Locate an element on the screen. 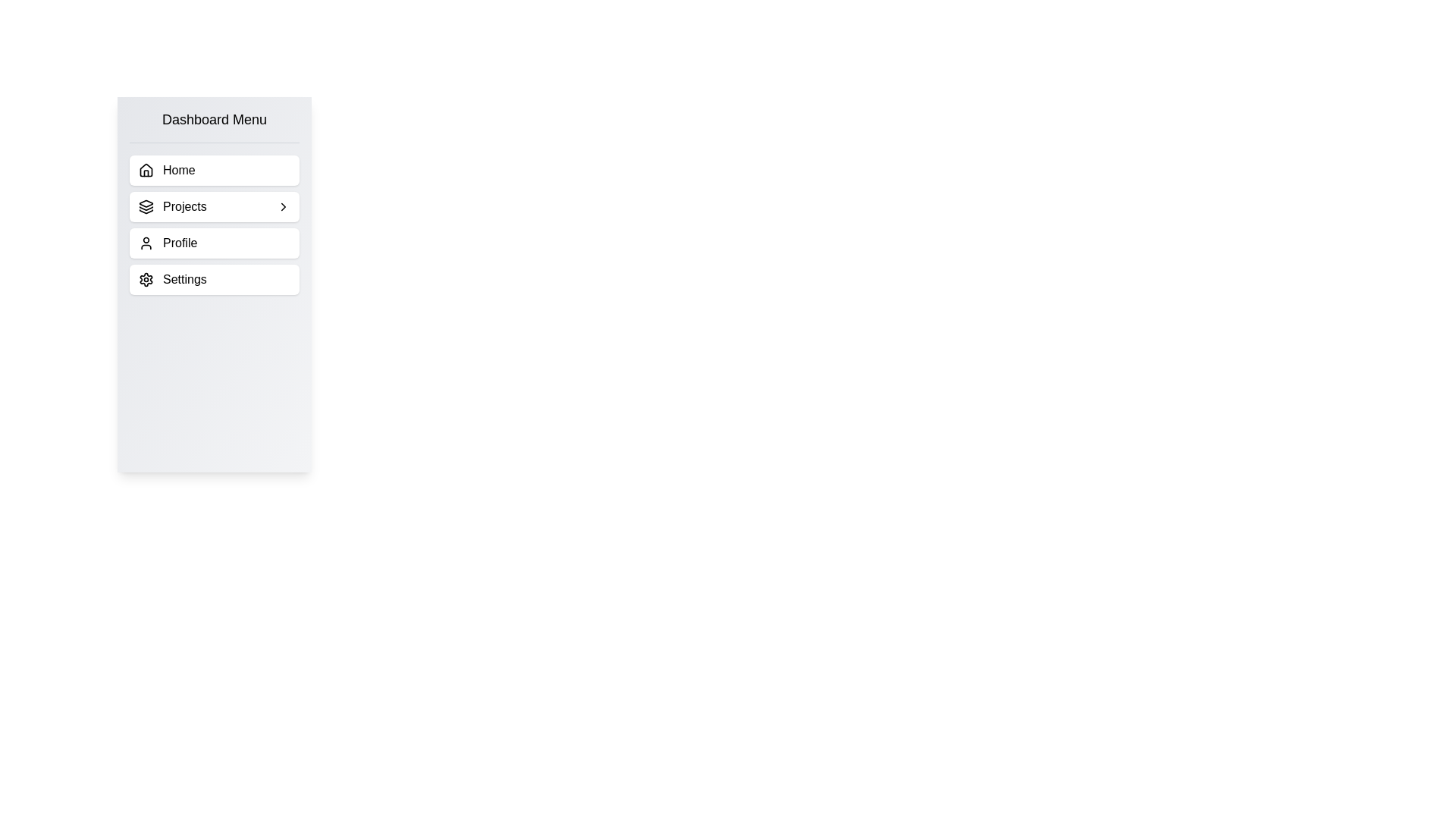  the third option in the 'Dashboard Menu' sidebar, which serves as a navigation link to the user's profile page is located at coordinates (214, 242).